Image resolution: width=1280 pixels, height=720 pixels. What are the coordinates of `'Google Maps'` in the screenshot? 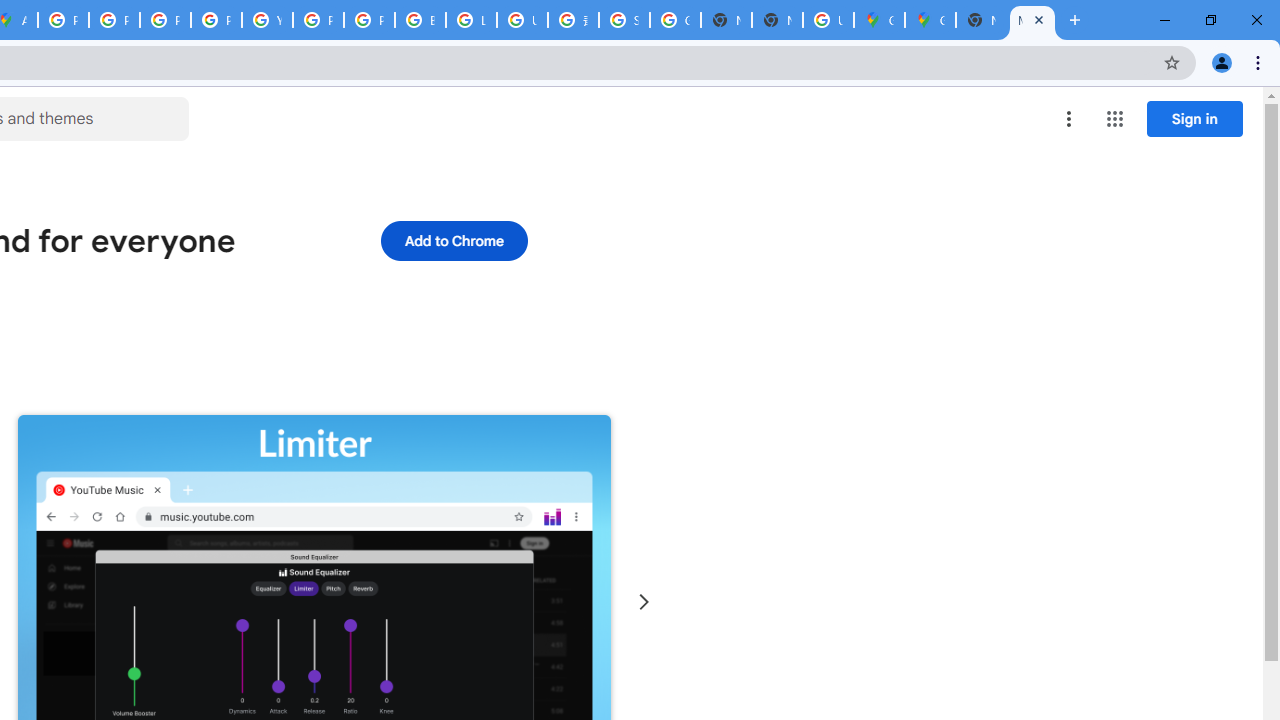 It's located at (879, 20).